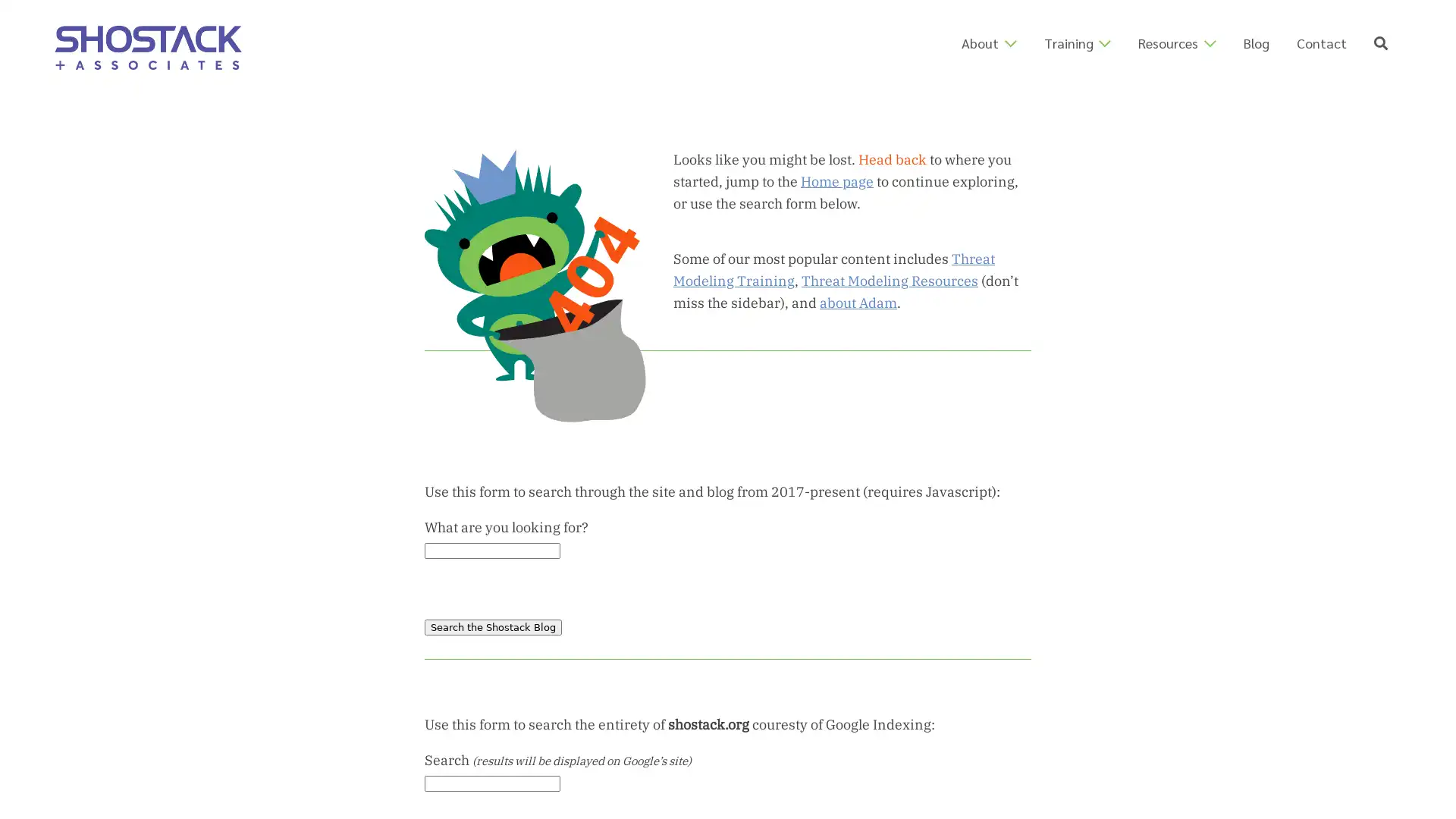  Describe the element at coordinates (493, 626) in the screenshot. I see `Search the Shostack Blog` at that location.